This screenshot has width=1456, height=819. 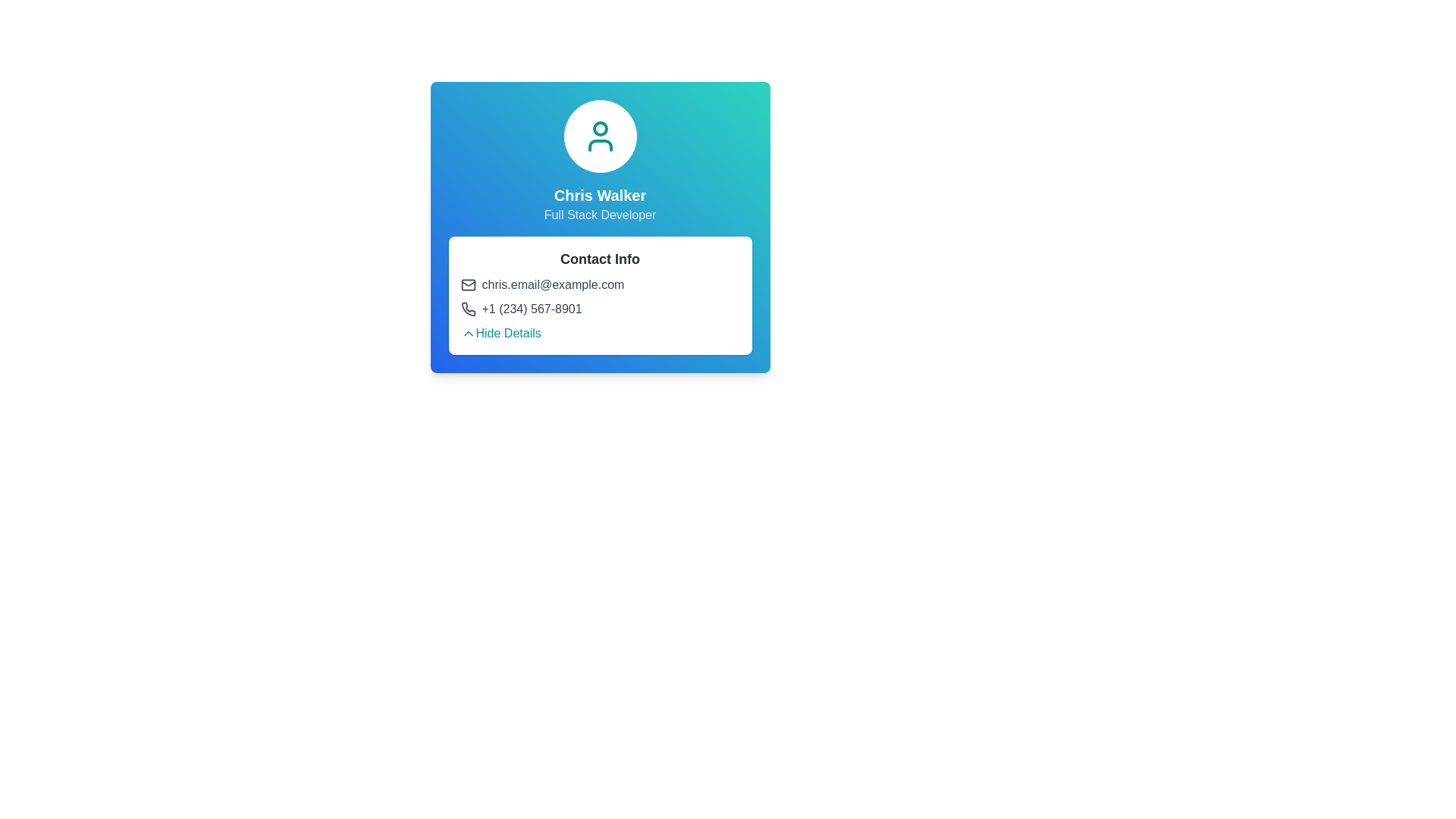 What do you see at coordinates (599, 215) in the screenshot?
I see `the static text element that reads 'Full Stack Developer', which is styled in grayish color and located below the name 'Chris Walker' in the profile information section` at bounding box center [599, 215].